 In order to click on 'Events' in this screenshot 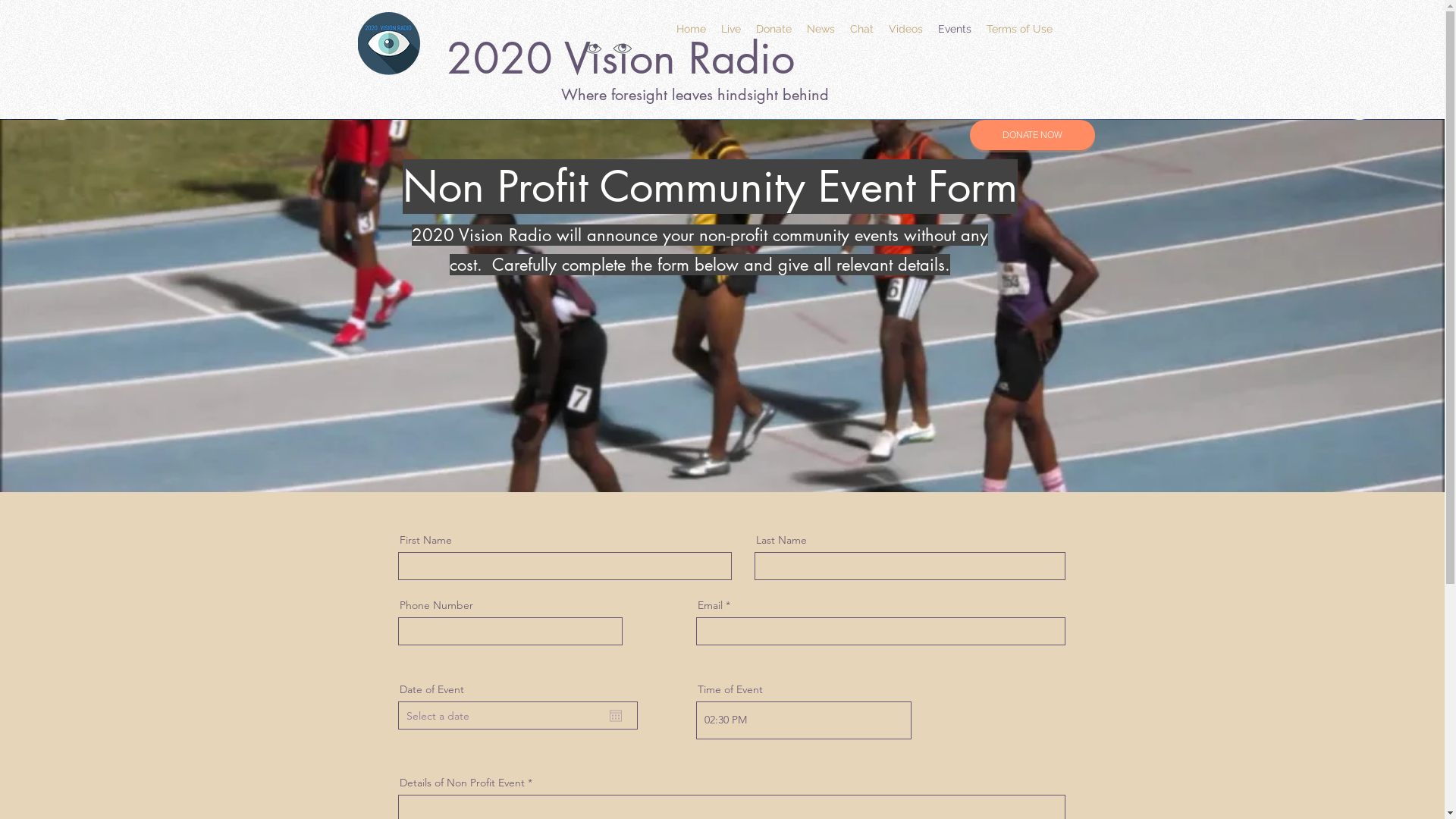, I will do `click(952, 29)`.